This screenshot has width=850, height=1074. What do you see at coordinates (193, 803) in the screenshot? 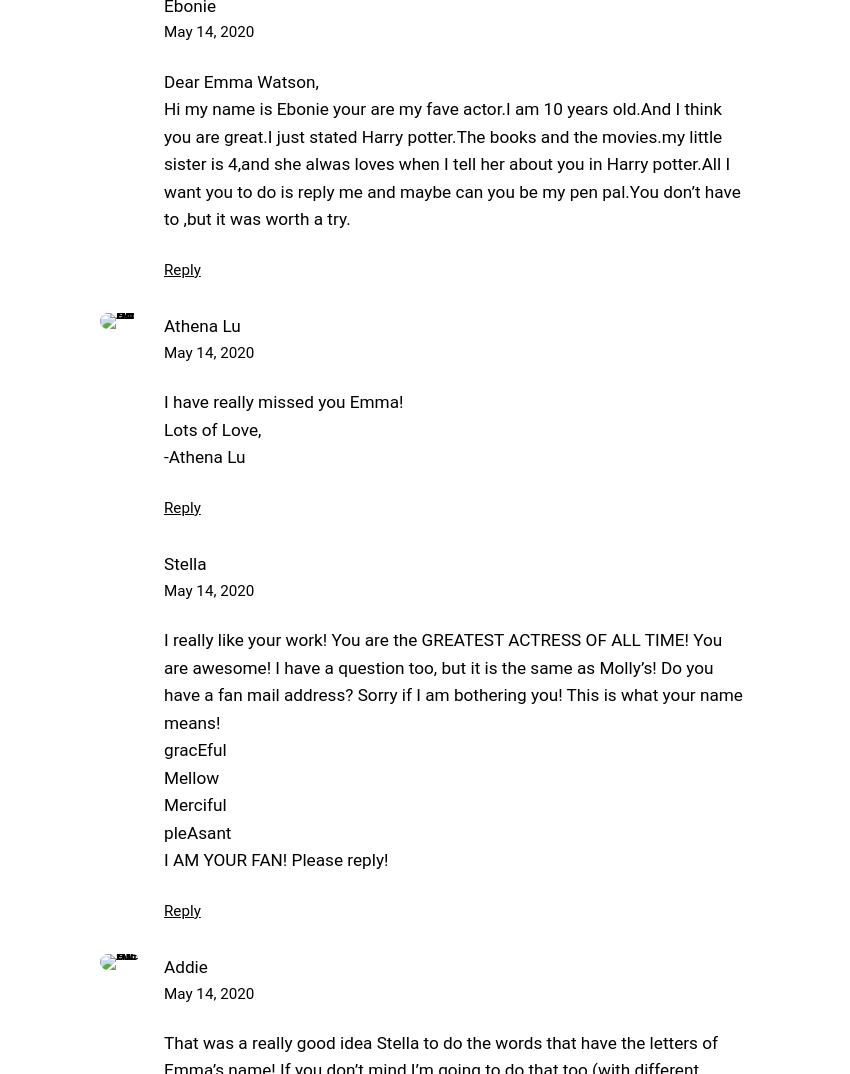
I see `'Merciful'` at bounding box center [193, 803].